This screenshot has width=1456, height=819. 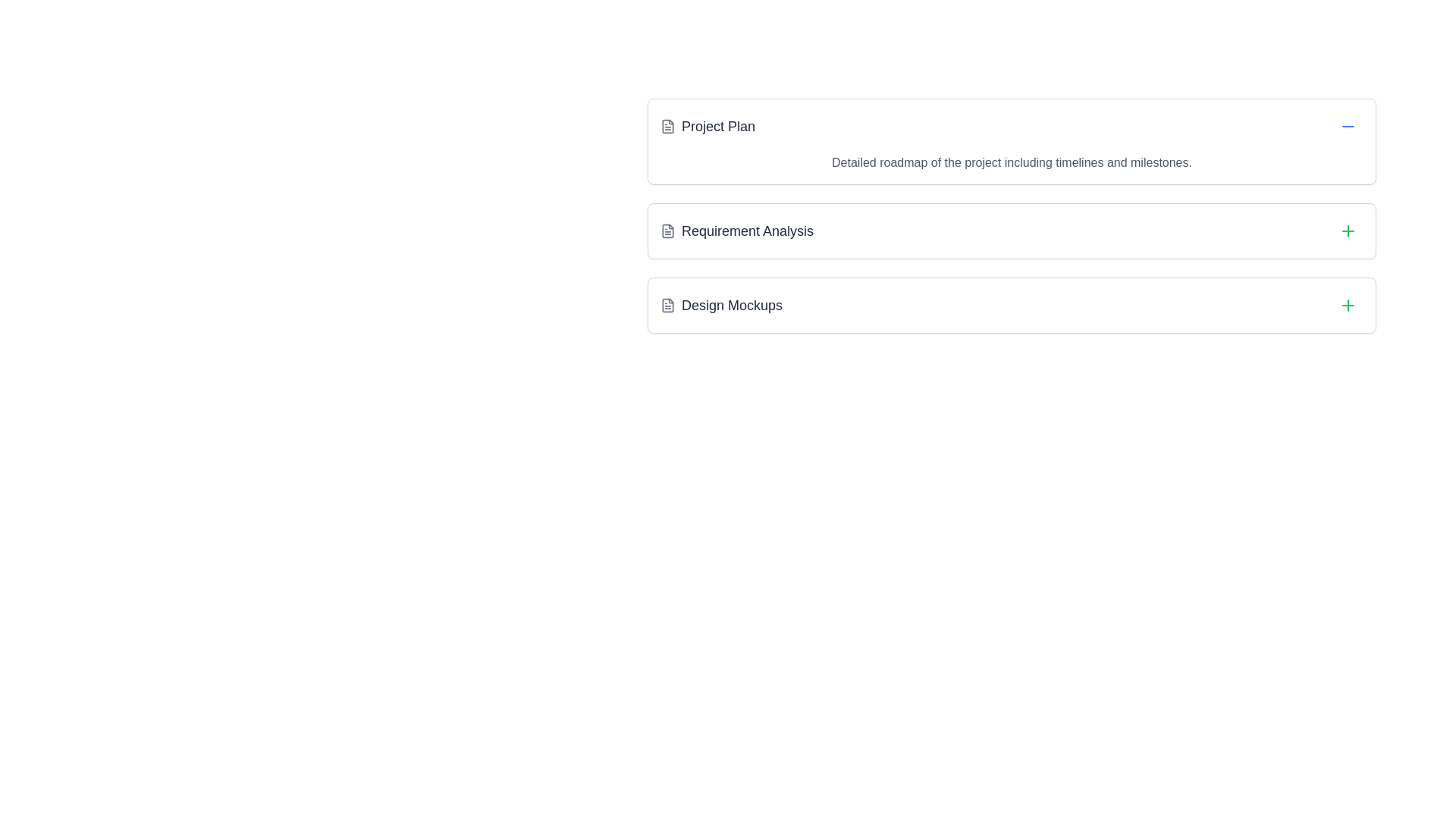 What do you see at coordinates (1348, 231) in the screenshot?
I see `the interactive button located to the right of the 'Design Mockups' section for visual feedback` at bounding box center [1348, 231].